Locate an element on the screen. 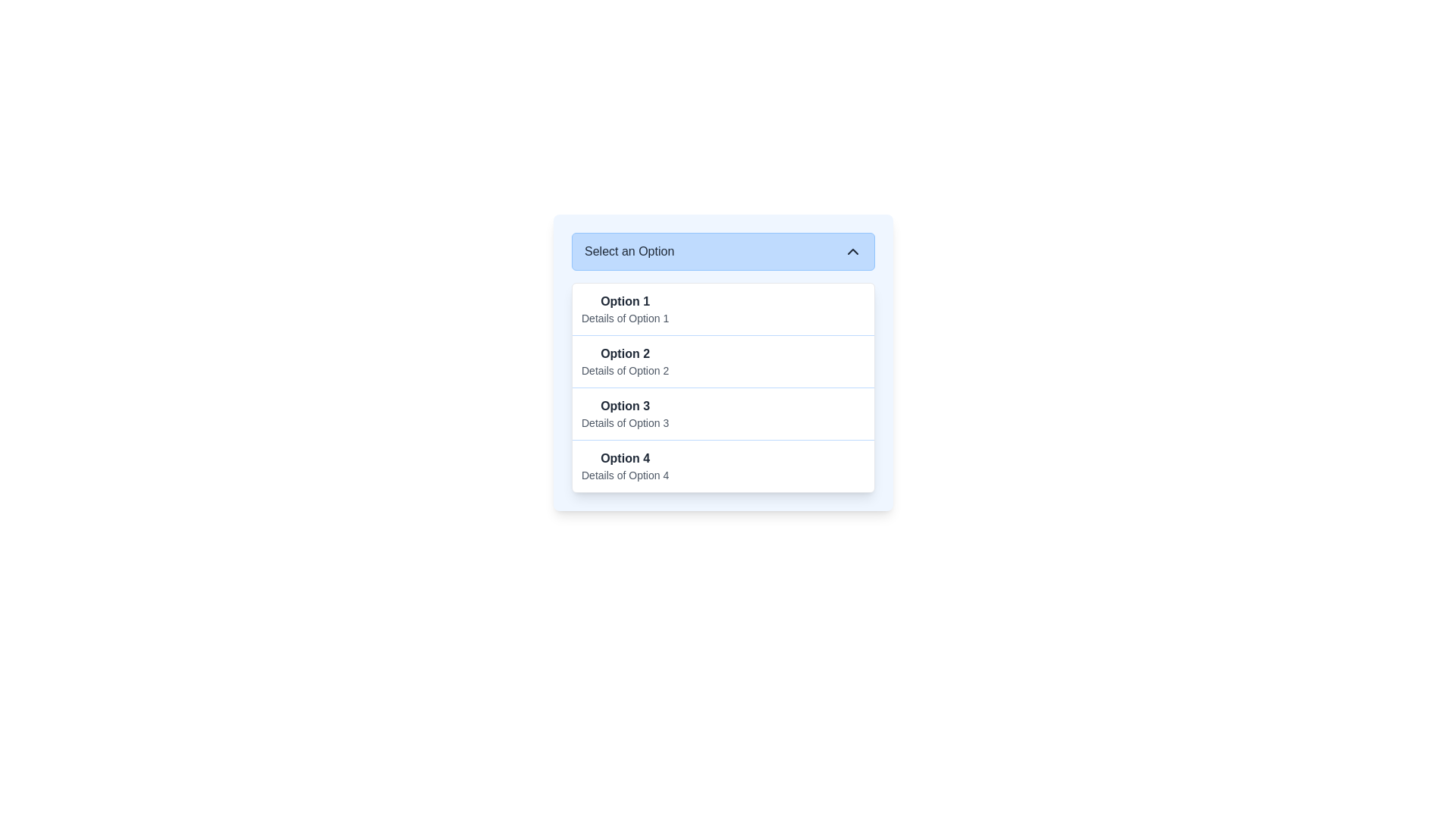 The width and height of the screenshot is (1456, 819). the list item with the main title 'Option 3' and subtitle 'Details of Option 3' in the dropdown menu is located at coordinates (723, 413).